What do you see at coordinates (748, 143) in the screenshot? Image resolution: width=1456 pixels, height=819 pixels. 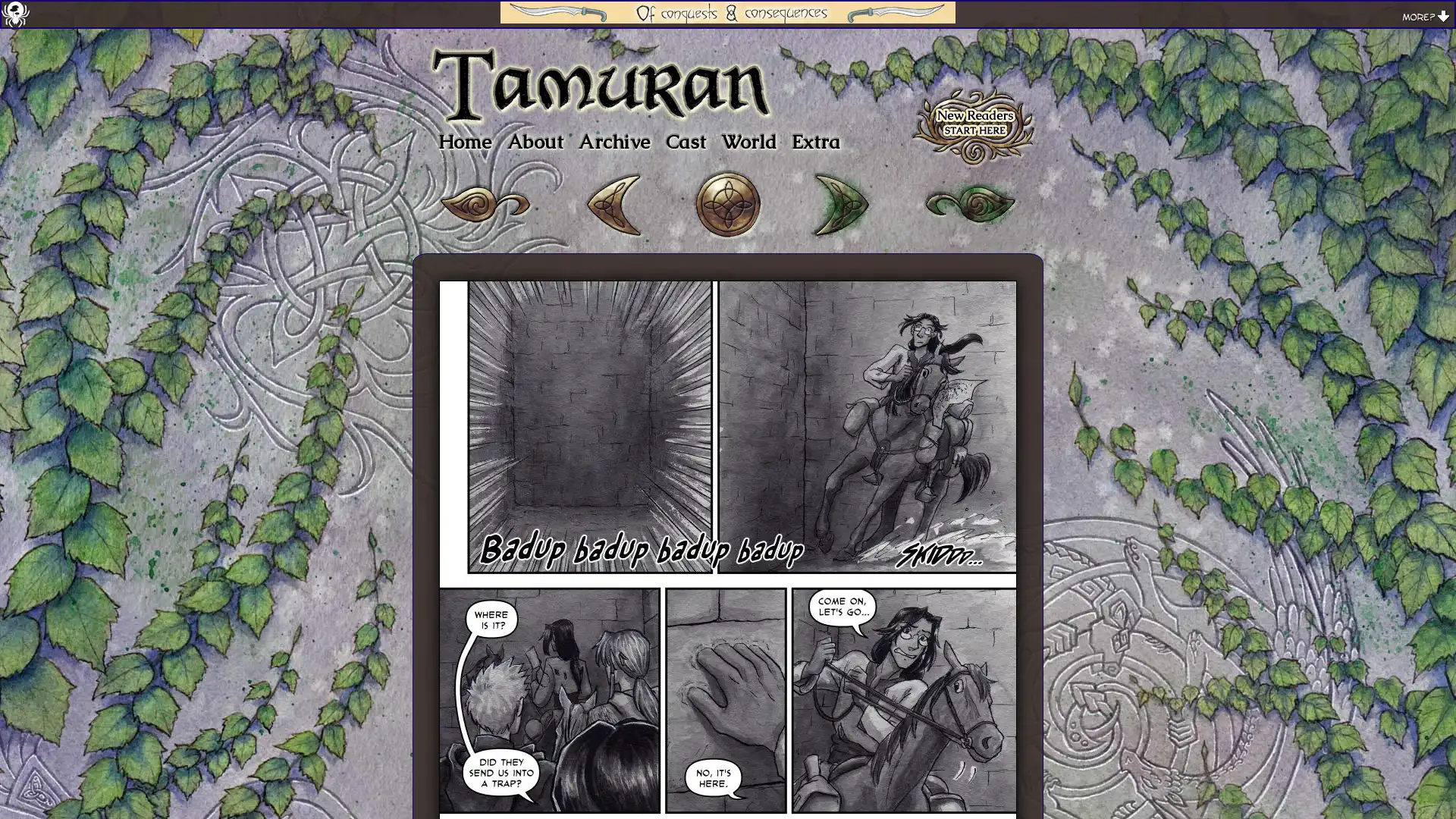 I see `World` at bounding box center [748, 143].